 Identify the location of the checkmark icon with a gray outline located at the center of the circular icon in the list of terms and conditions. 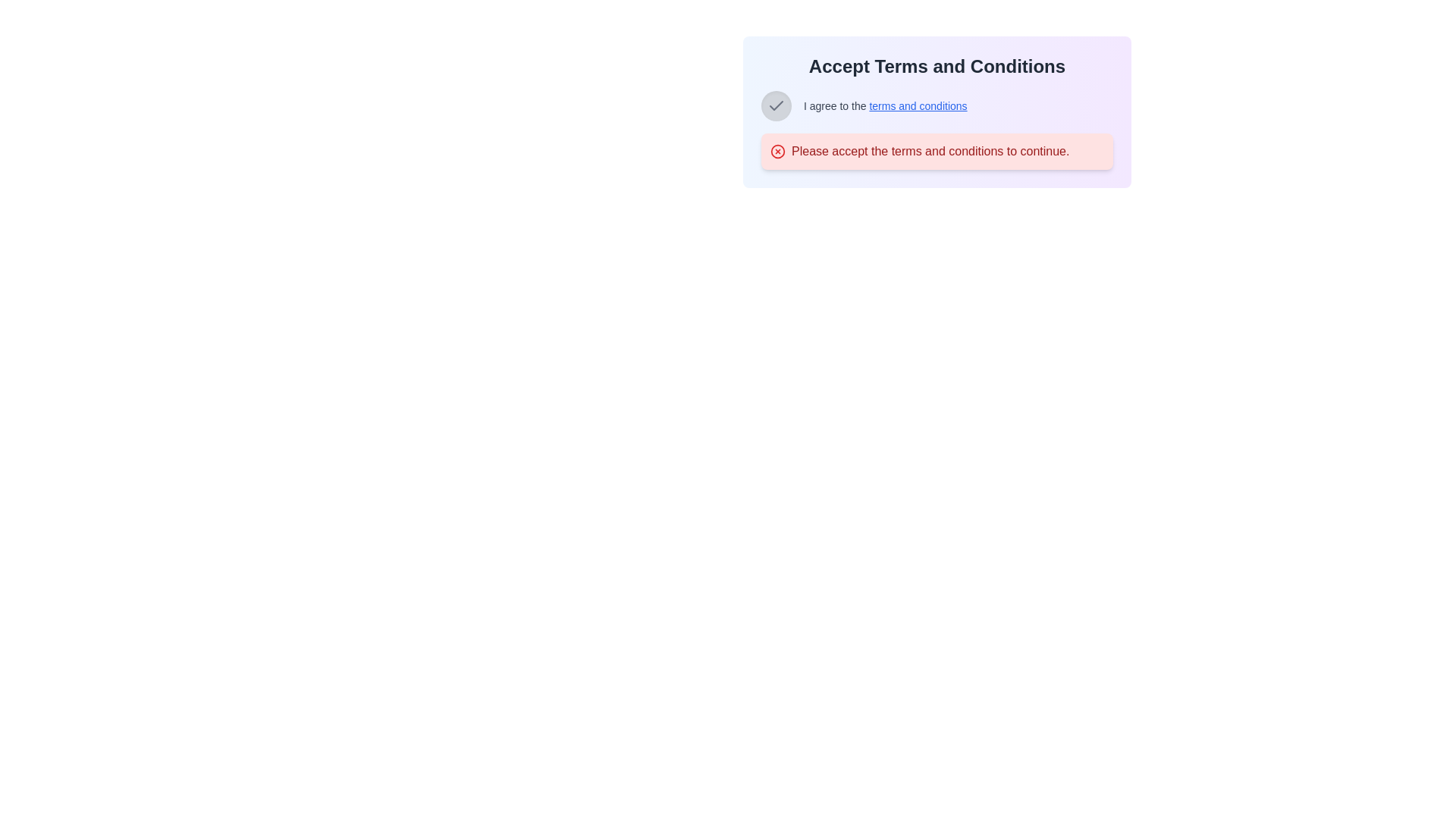
(776, 105).